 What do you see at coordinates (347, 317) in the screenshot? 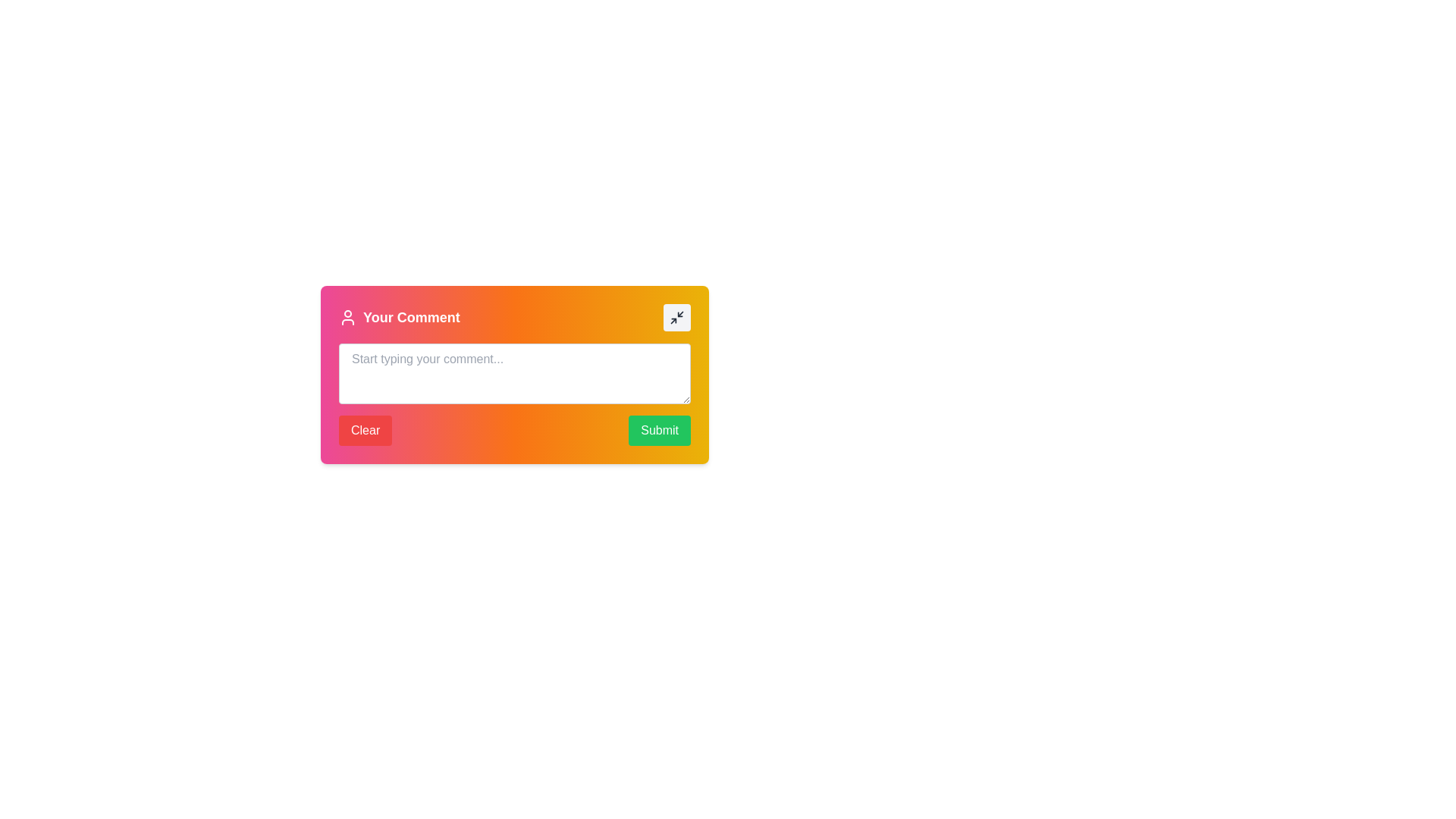
I see `the user icon that visually represents the profile context for the comment functionality, located to the left of the 'Your Comment' text label` at bounding box center [347, 317].